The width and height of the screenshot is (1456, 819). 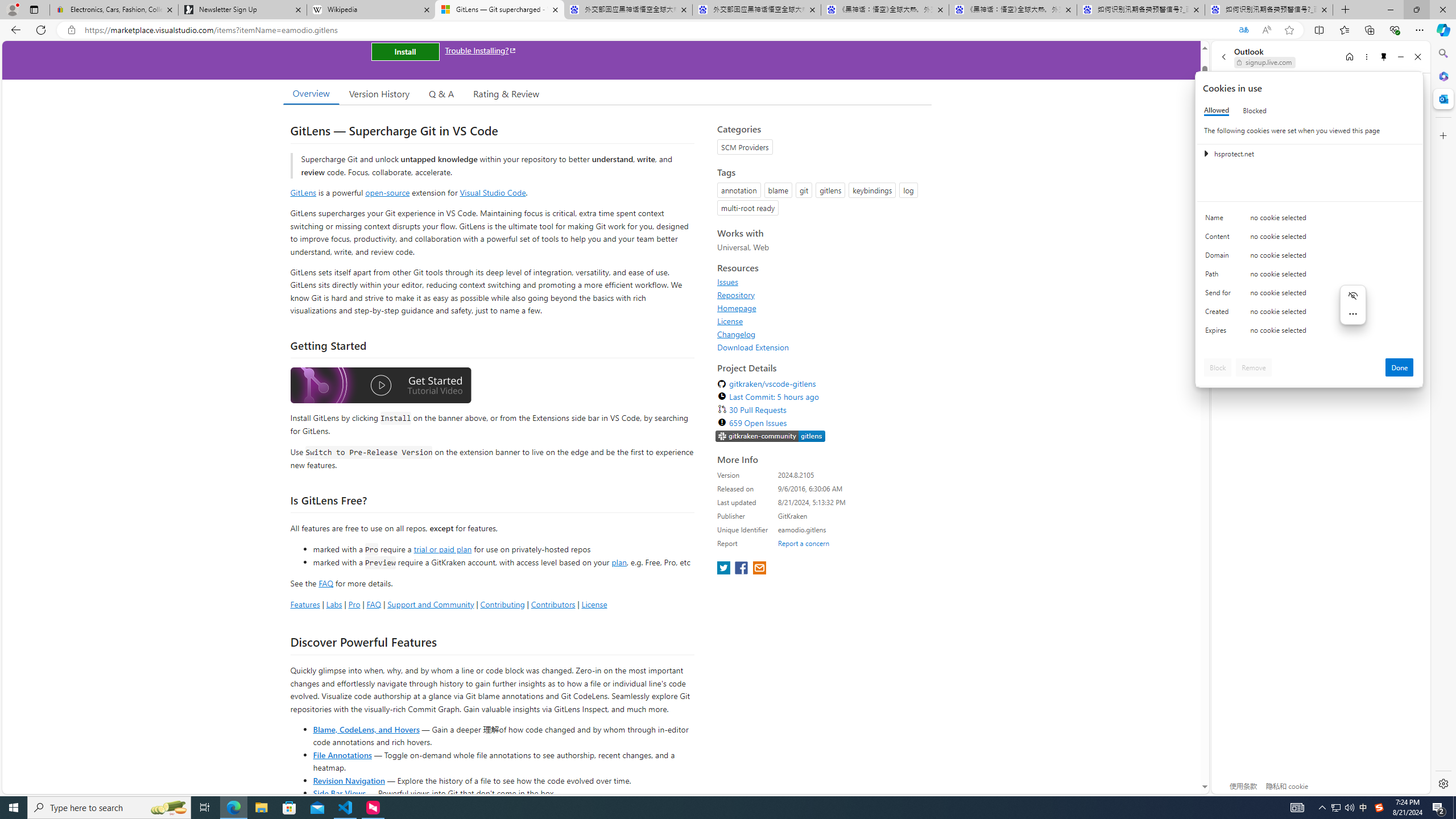 I want to click on 'Name', so click(x=1219, y=220).